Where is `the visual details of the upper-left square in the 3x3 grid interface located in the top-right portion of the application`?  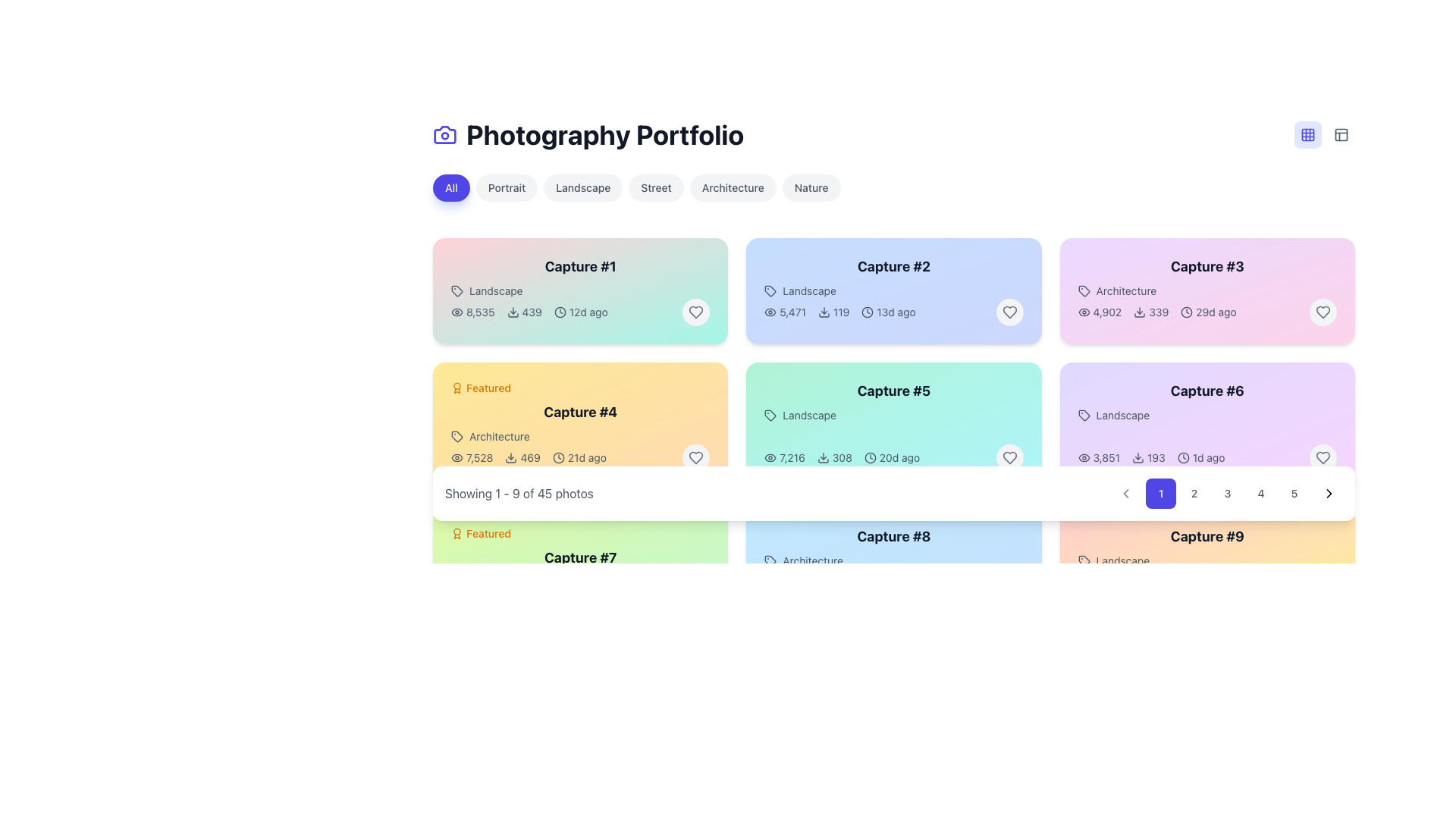
the visual details of the upper-left square in the 3x3 grid interface located in the top-right portion of the application is located at coordinates (1307, 133).